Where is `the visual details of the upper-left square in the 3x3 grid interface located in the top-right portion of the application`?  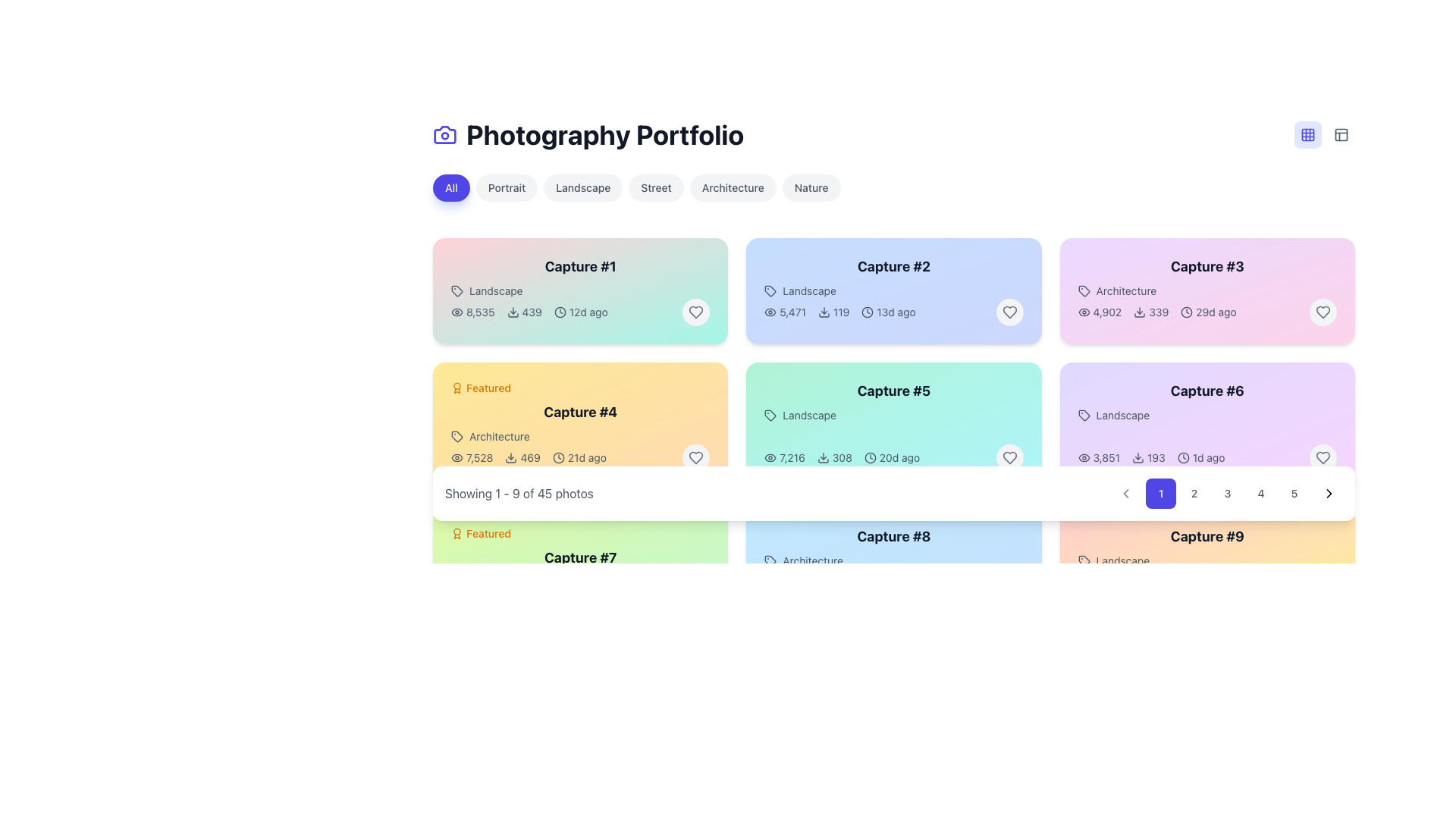
the visual details of the upper-left square in the 3x3 grid interface located in the top-right portion of the application is located at coordinates (1307, 133).